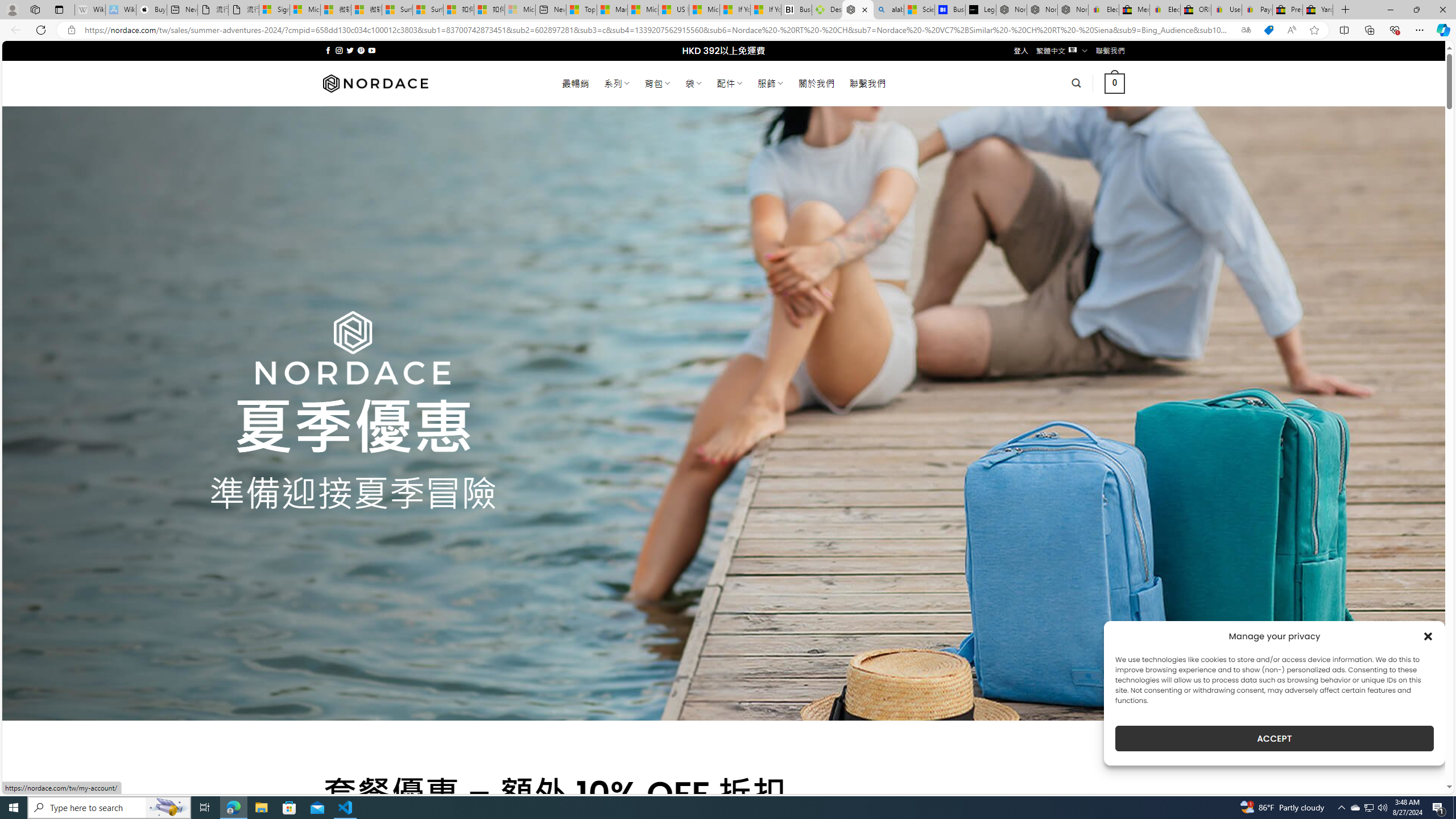  Describe the element at coordinates (1287, 9) in the screenshot. I see `'Press Room - eBay Inc.'` at that location.